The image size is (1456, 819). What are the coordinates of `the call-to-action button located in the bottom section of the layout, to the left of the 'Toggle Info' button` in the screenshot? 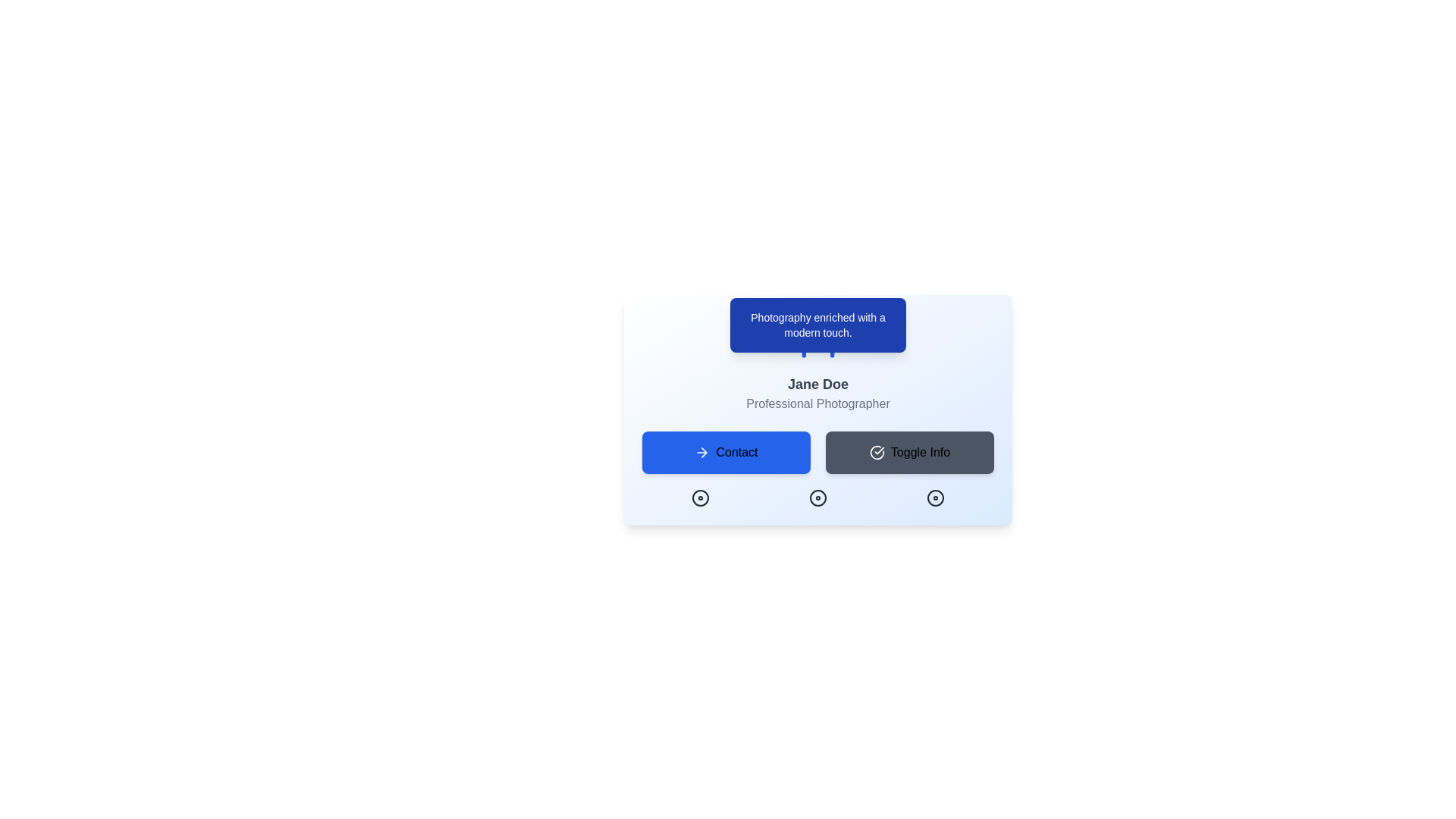 It's located at (726, 452).